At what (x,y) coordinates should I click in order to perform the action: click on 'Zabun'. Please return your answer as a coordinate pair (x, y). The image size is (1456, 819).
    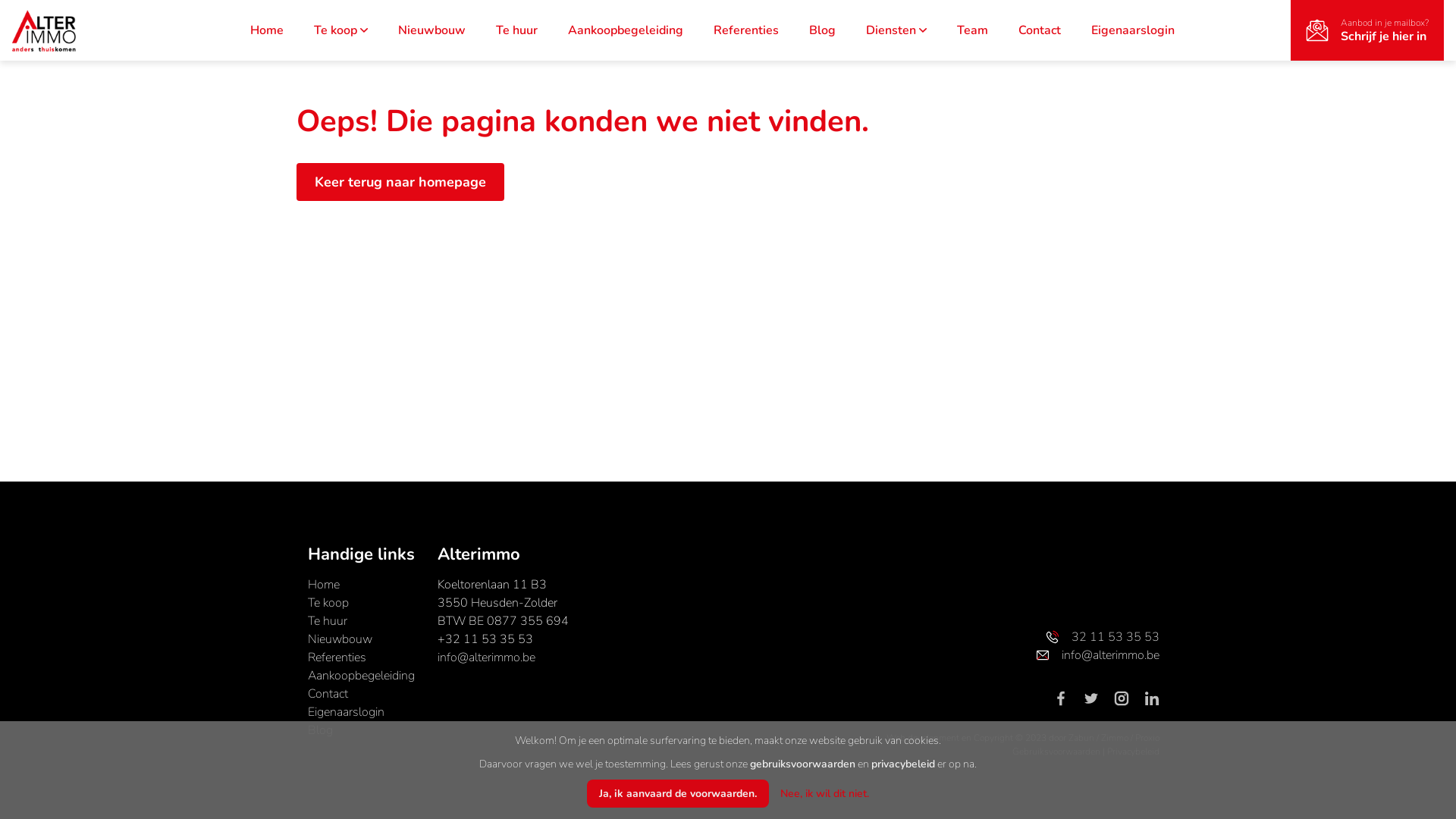
    Looking at the image, I should click on (1080, 736).